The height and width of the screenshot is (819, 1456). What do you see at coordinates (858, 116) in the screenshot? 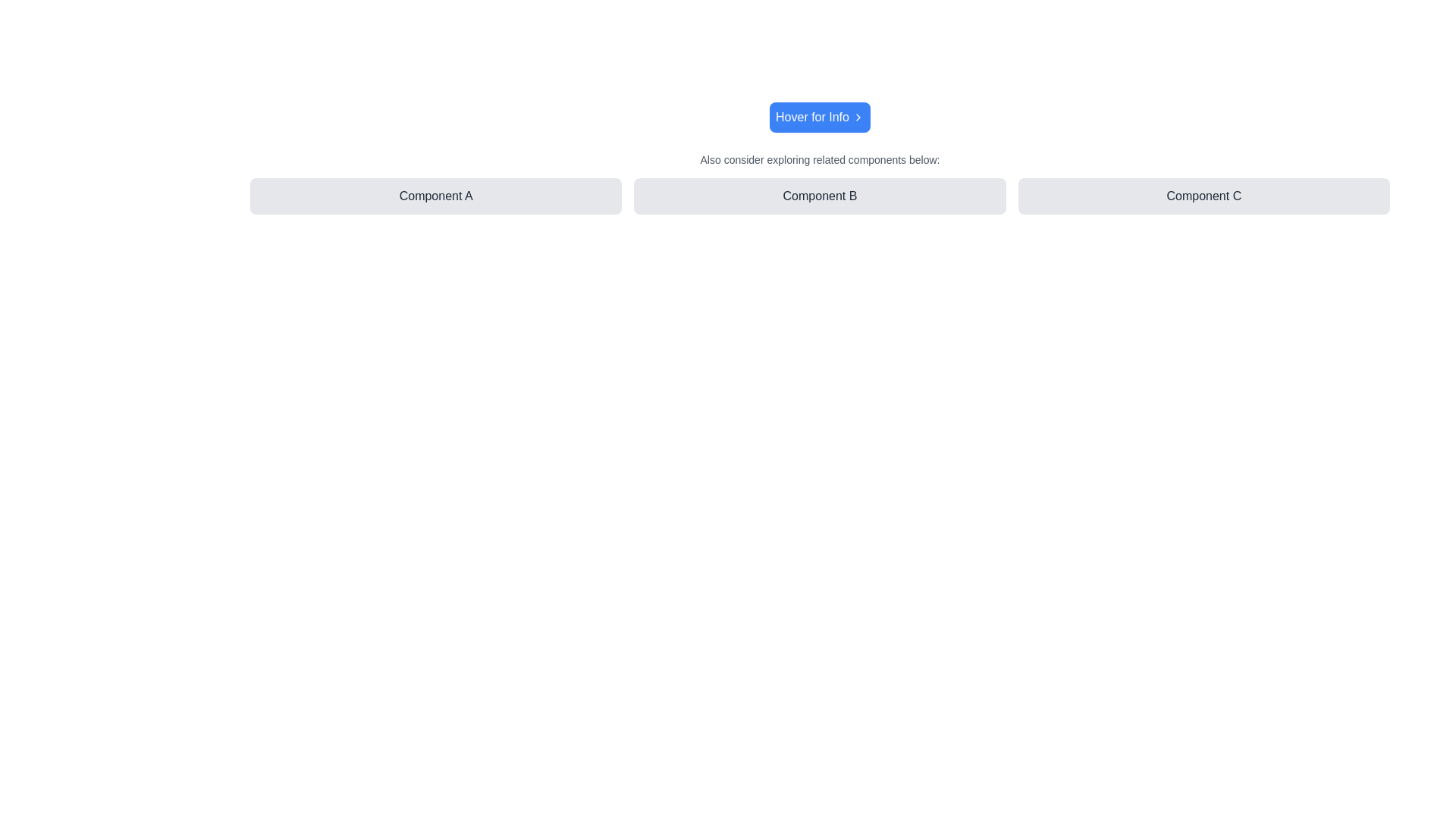
I see `the right-facing chevron icon next to the 'Hover for Info' text within the blue rectangular button` at bounding box center [858, 116].